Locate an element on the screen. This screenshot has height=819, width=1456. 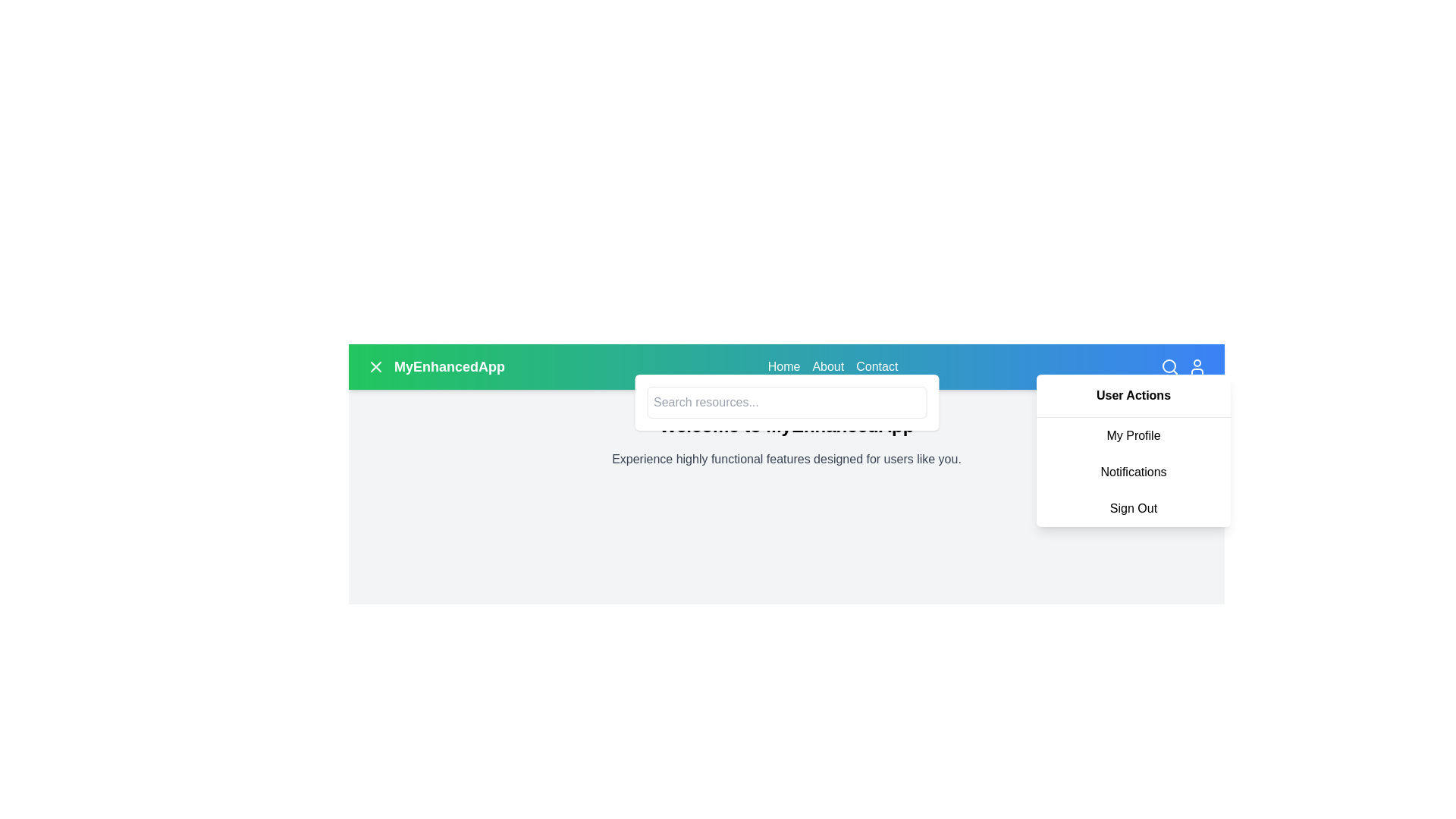
the 'Home' link in the navigation menu located on the right side of the blue background header section is located at coordinates (784, 366).